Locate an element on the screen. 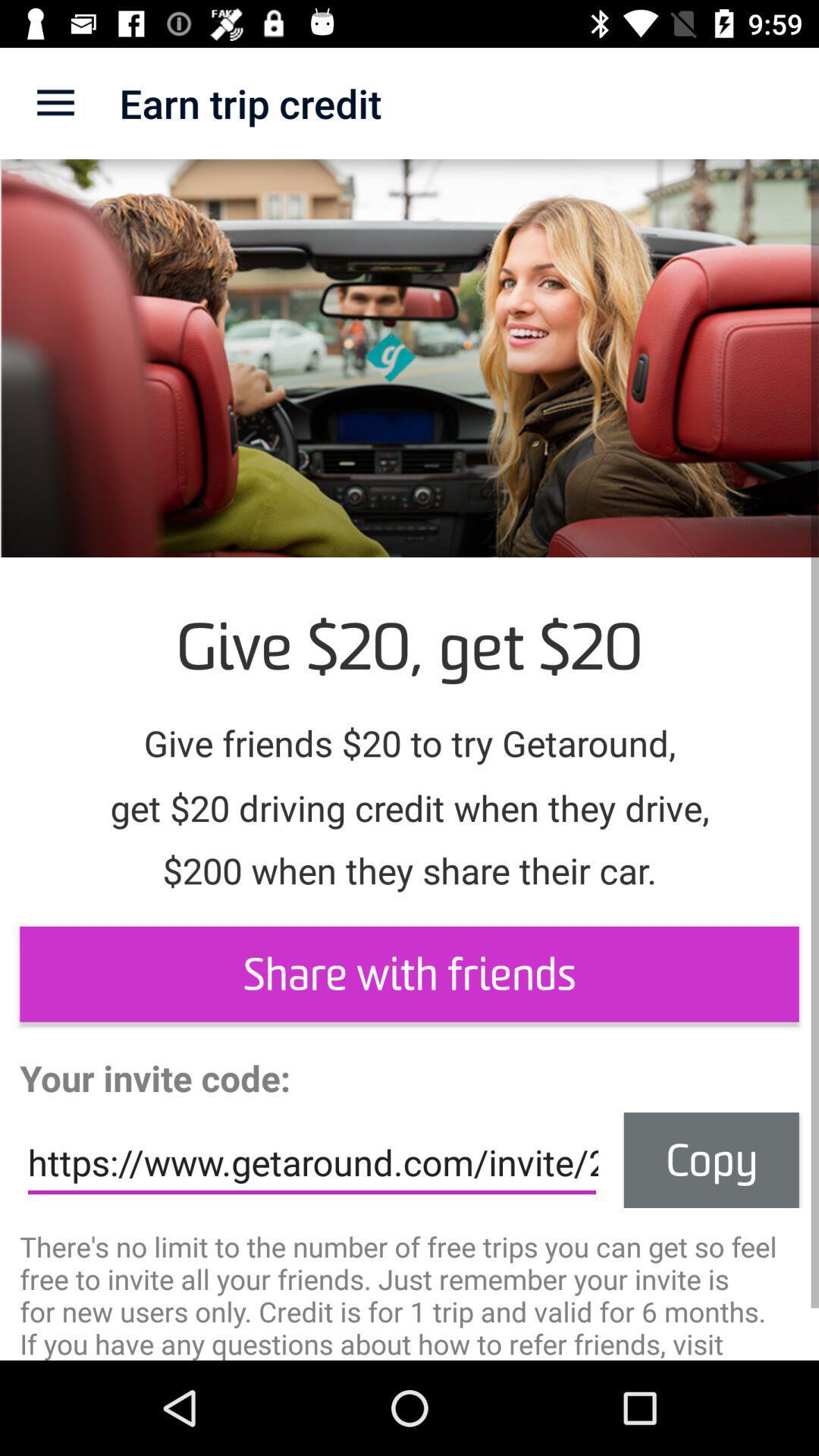 The width and height of the screenshot is (819, 1456). the app to the left of earn trip credit is located at coordinates (55, 102).